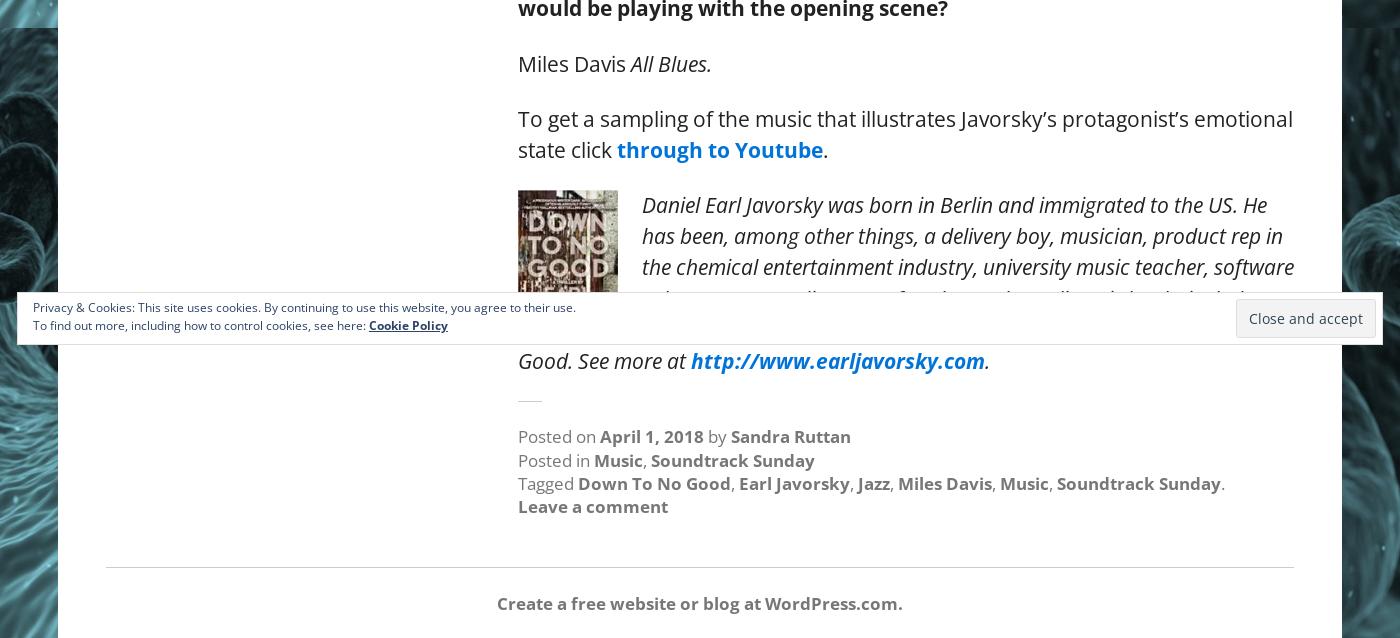 Image resolution: width=1400 pixels, height=638 pixels. Describe the element at coordinates (905, 282) in the screenshot. I see `'Daniel Earl Javorsky was born in Berlin and immigrated to the US. He has been, among other things, a delivery boy, musician, product rep in the chemical entertainment industry, university music teacher, software salesman, copy editor, proofreader, and novelist. His books include Down Solo and Trust Me, and a sequel to Down Solo called Down to No Good. See more at'` at that location.